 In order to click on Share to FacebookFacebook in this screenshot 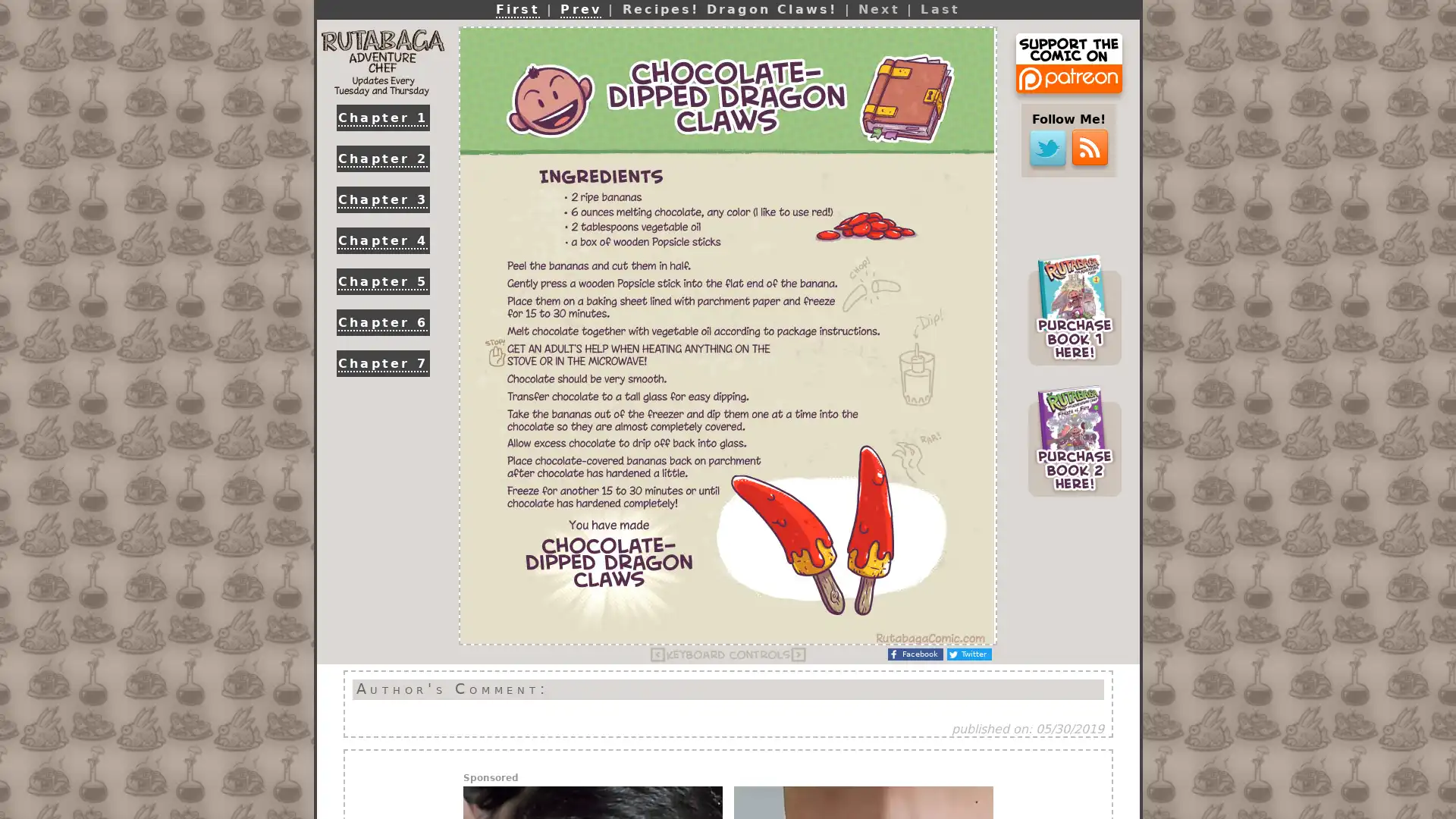, I will do `click(915, 654)`.